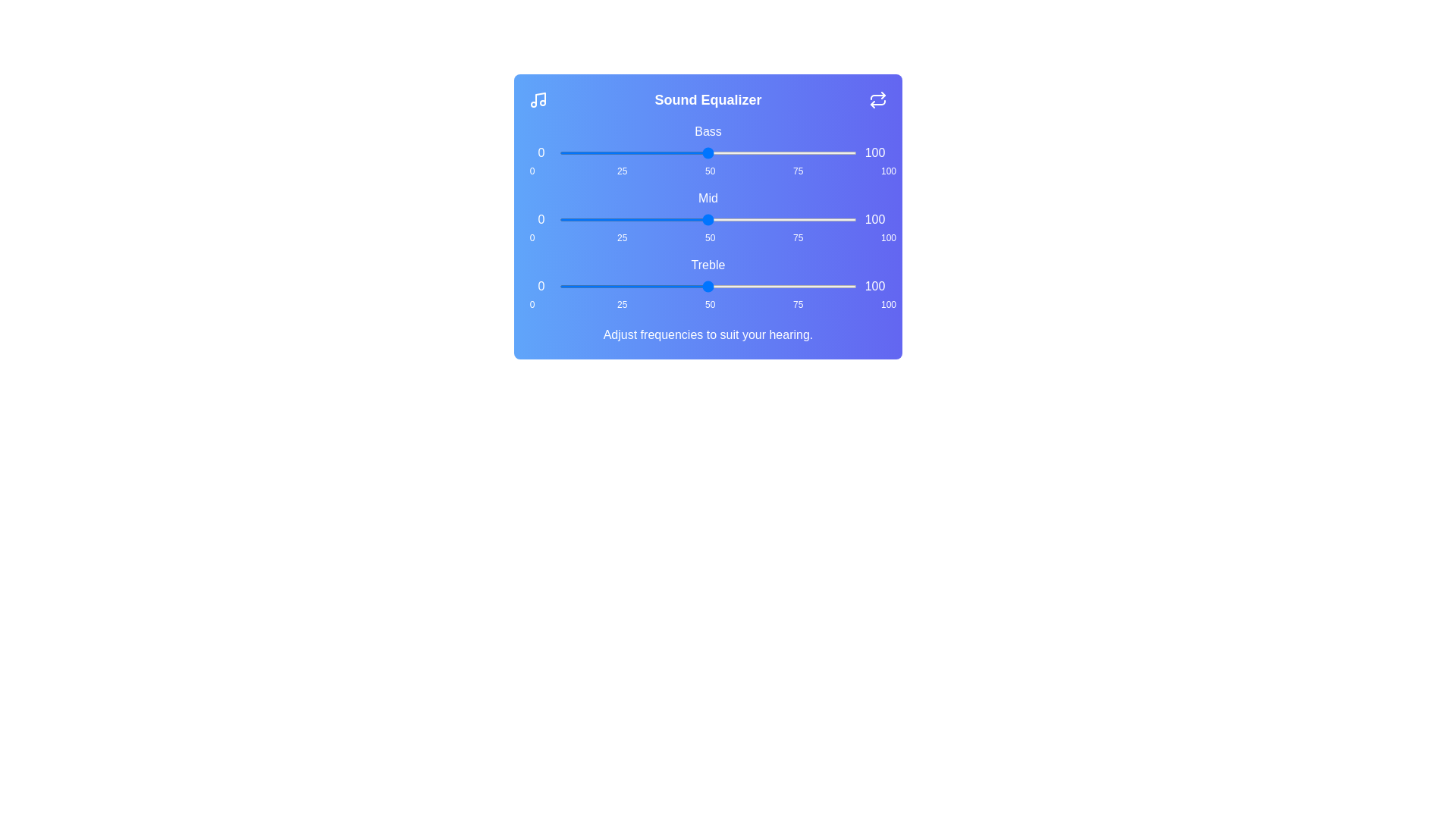 This screenshot has width=1456, height=819. Describe the element at coordinates (738, 219) in the screenshot. I see `the 'mid' slider to 60` at that location.